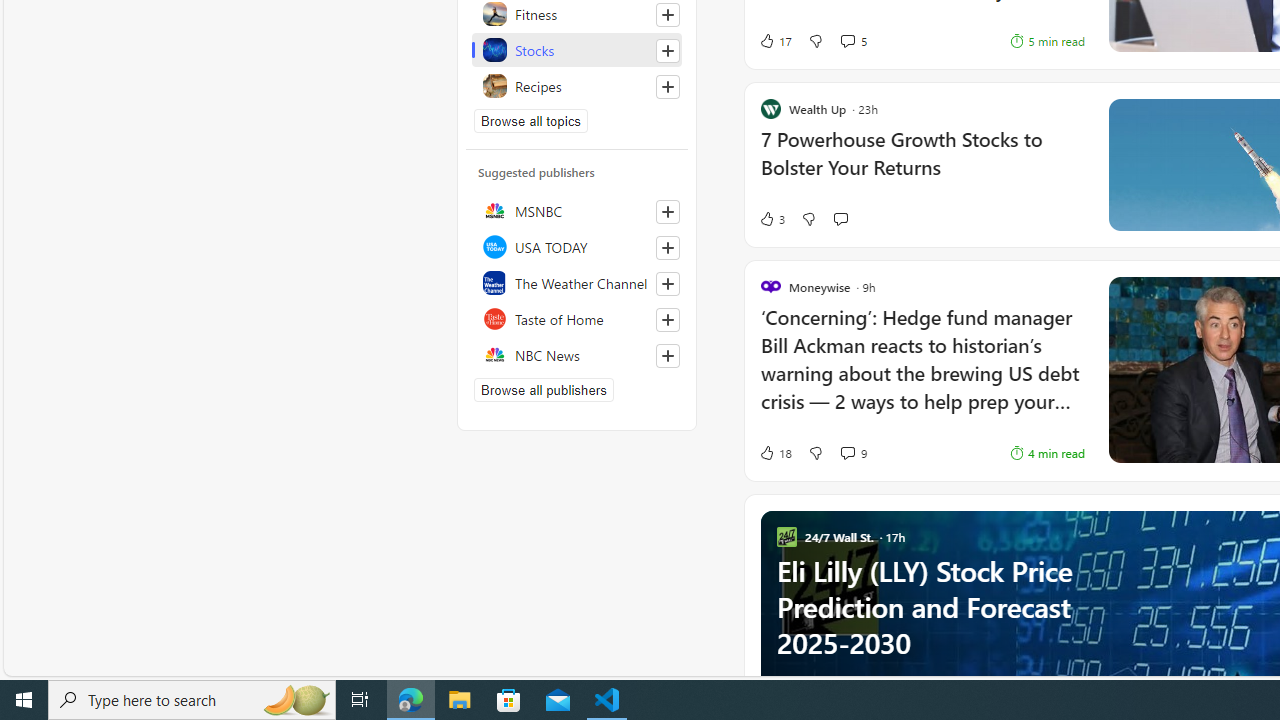 This screenshot has height=720, width=1280. Describe the element at coordinates (847, 452) in the screenshot. I see `'View comments 9 Comment'` at that location.